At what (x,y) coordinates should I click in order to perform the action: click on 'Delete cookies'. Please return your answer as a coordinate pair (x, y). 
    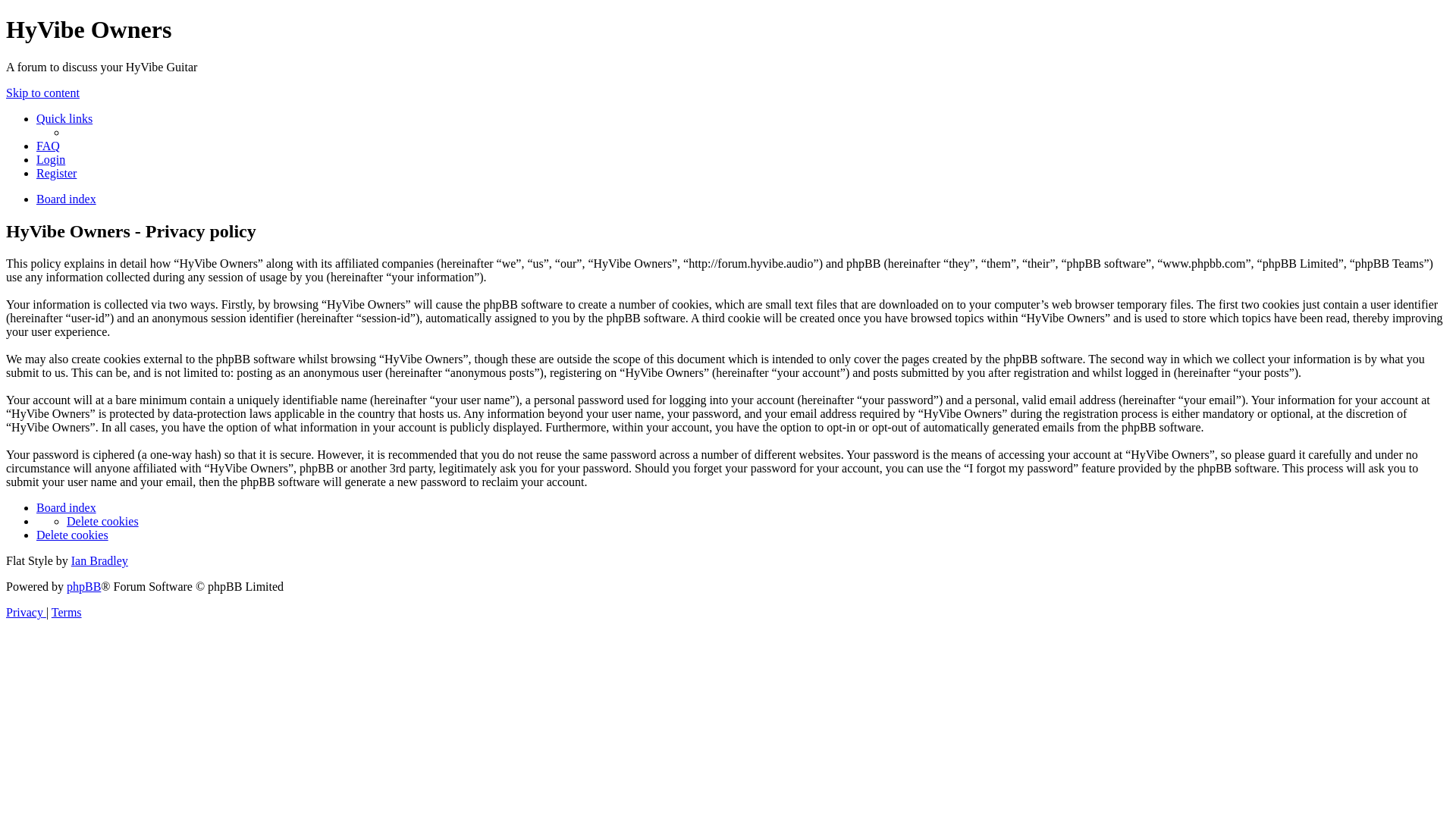
    Looking at the image, I should click on (102, 520).